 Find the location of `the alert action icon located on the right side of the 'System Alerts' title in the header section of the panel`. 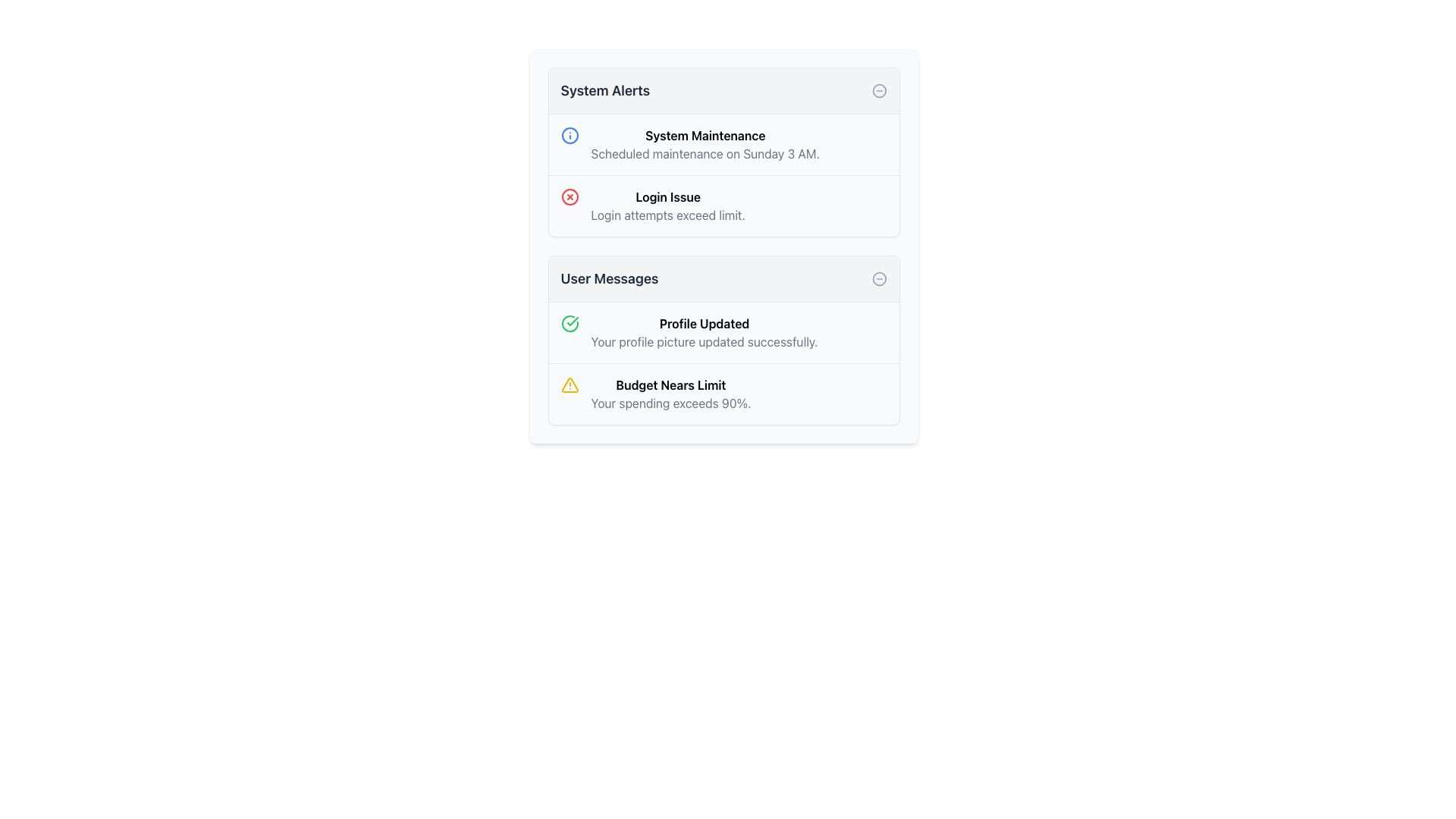

the alert action icon located on the right side of the 'System Alerts' title in the header section of the panel is located at coordinates (879, 90).